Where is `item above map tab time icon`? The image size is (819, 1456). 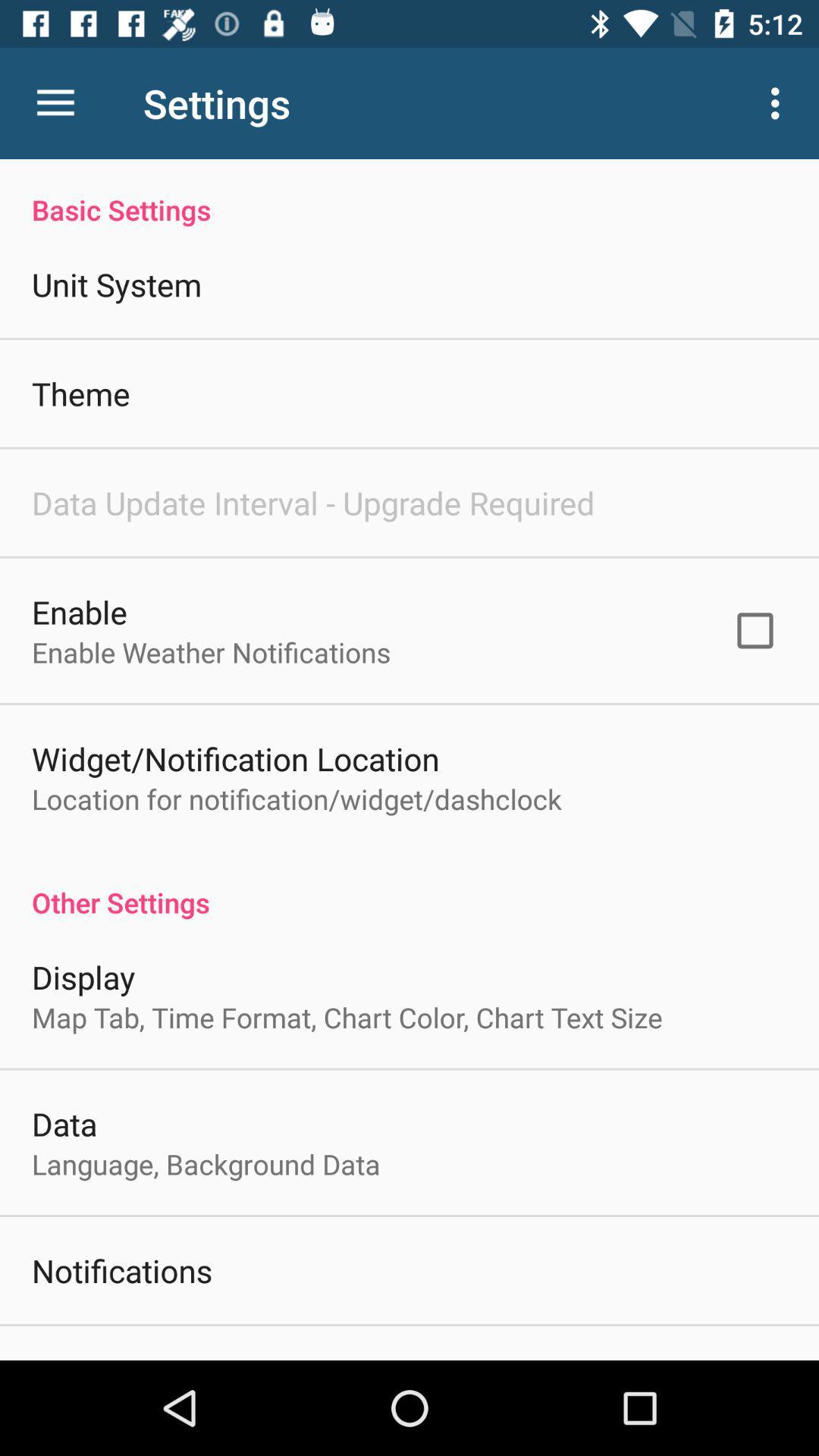
item above map tab time icon is located at coordinates (83, 977).